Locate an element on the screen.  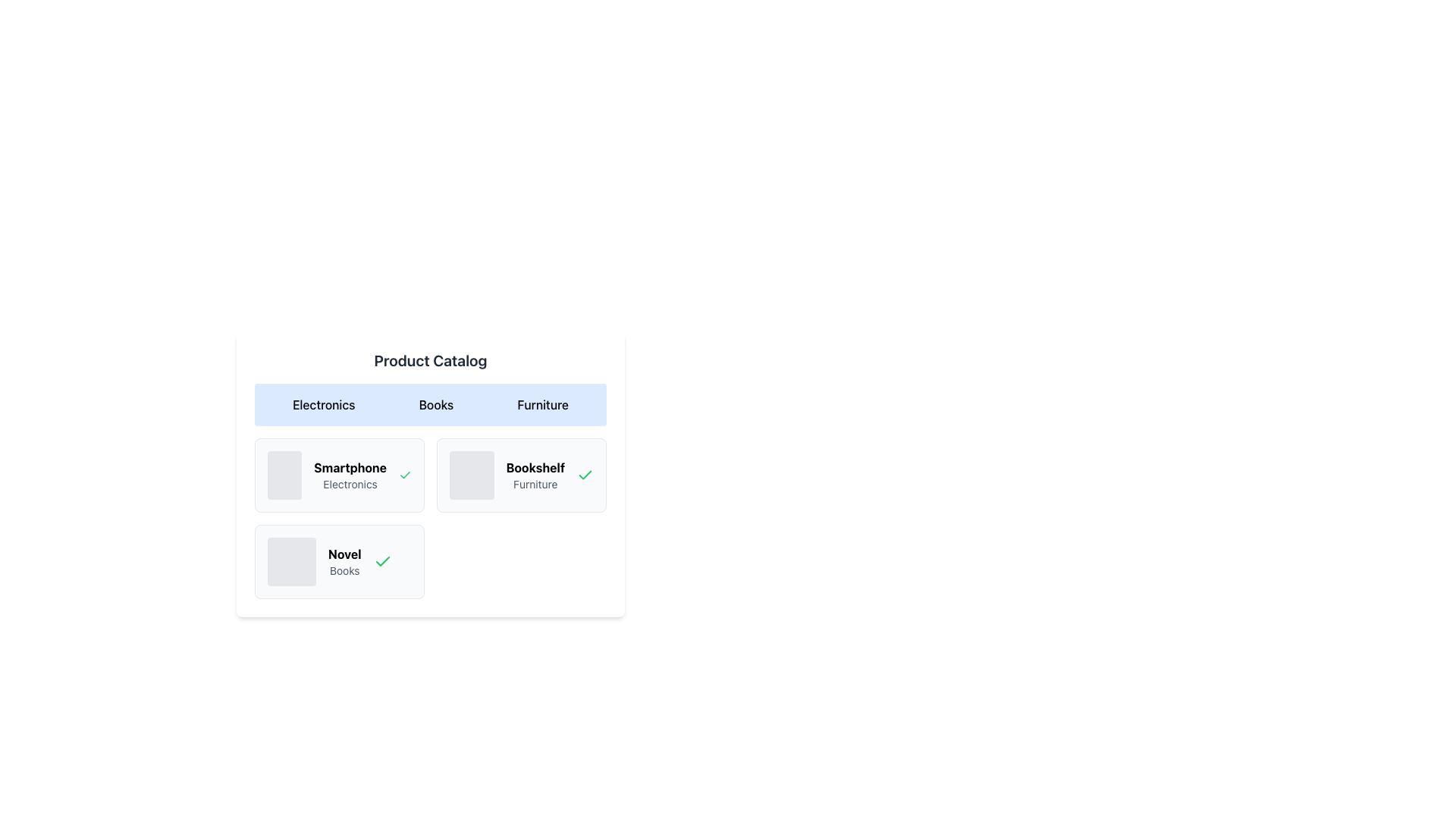
the light gray, rounded square image placeholder within the 'Bookshelf Furniture' component as part of a group action is located at coordinates (471, 475).